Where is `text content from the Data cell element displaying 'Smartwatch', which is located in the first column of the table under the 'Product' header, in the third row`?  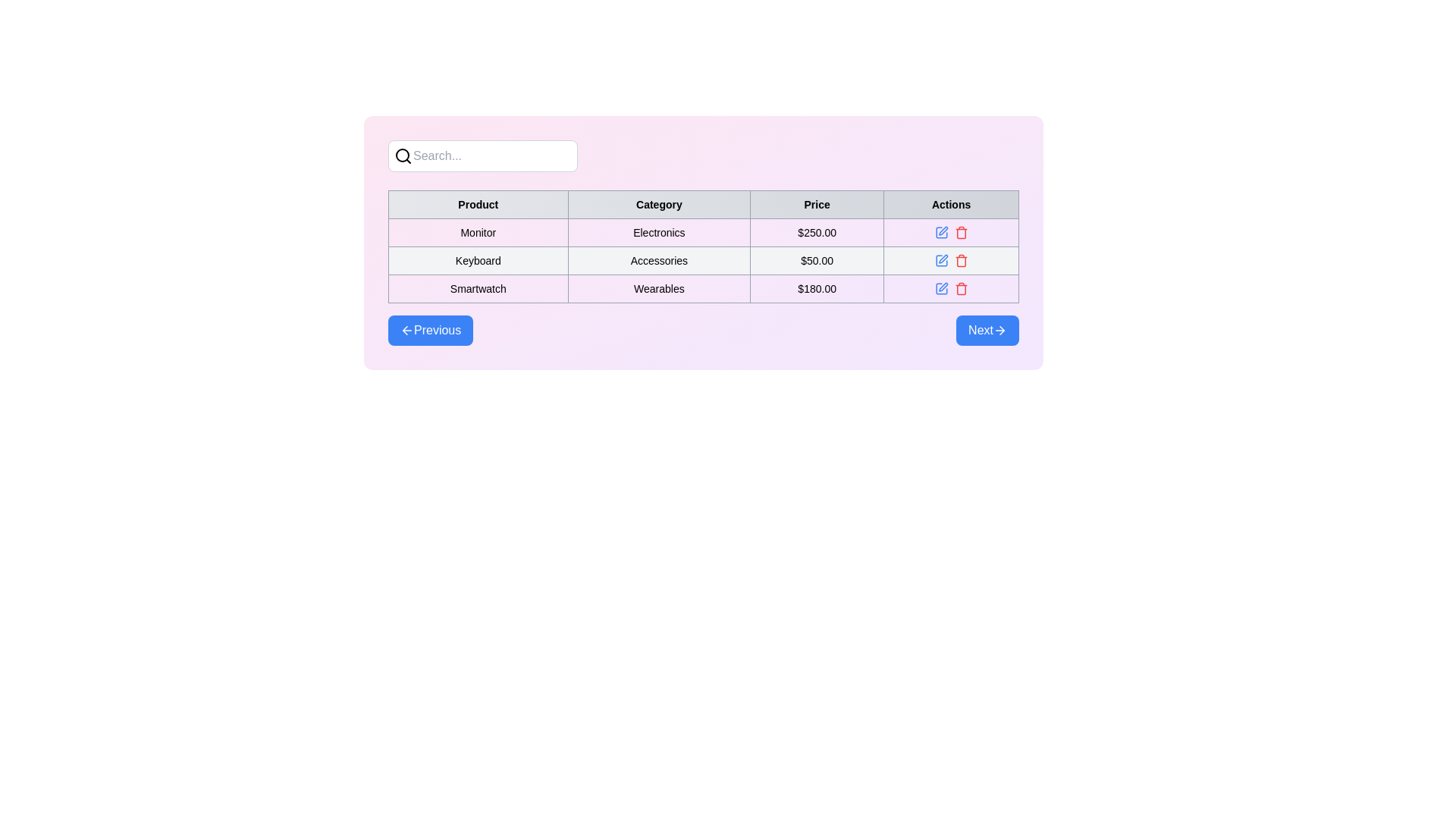 text content from the Data cell element displaying 'Smartwatch', which is located in the first column of the table under the 'Product' header, in the third row is located at coordinates (477, 289).